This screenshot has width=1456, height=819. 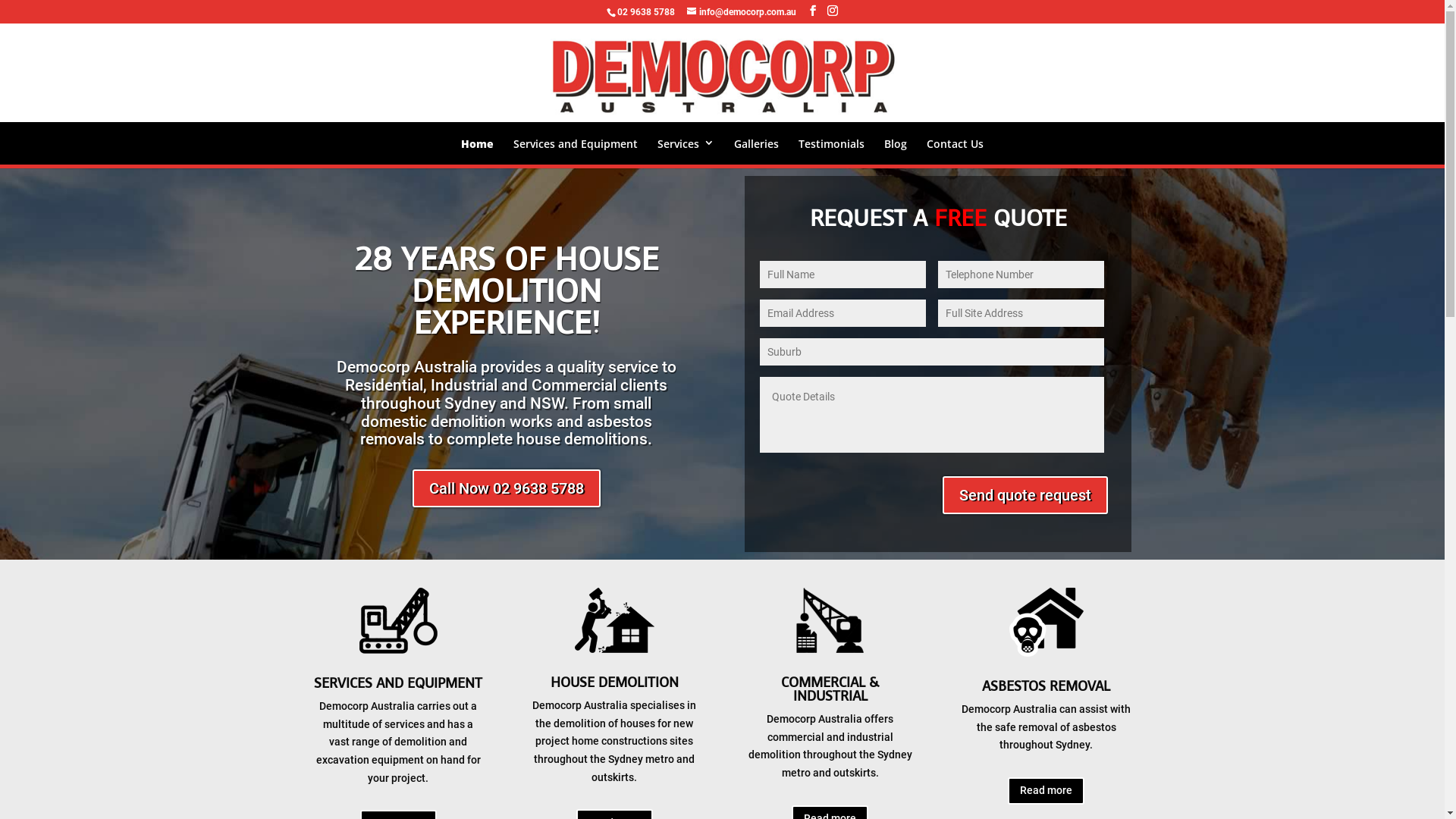 I want to click on 'Services and Equipment', so click(x=574, y=143).